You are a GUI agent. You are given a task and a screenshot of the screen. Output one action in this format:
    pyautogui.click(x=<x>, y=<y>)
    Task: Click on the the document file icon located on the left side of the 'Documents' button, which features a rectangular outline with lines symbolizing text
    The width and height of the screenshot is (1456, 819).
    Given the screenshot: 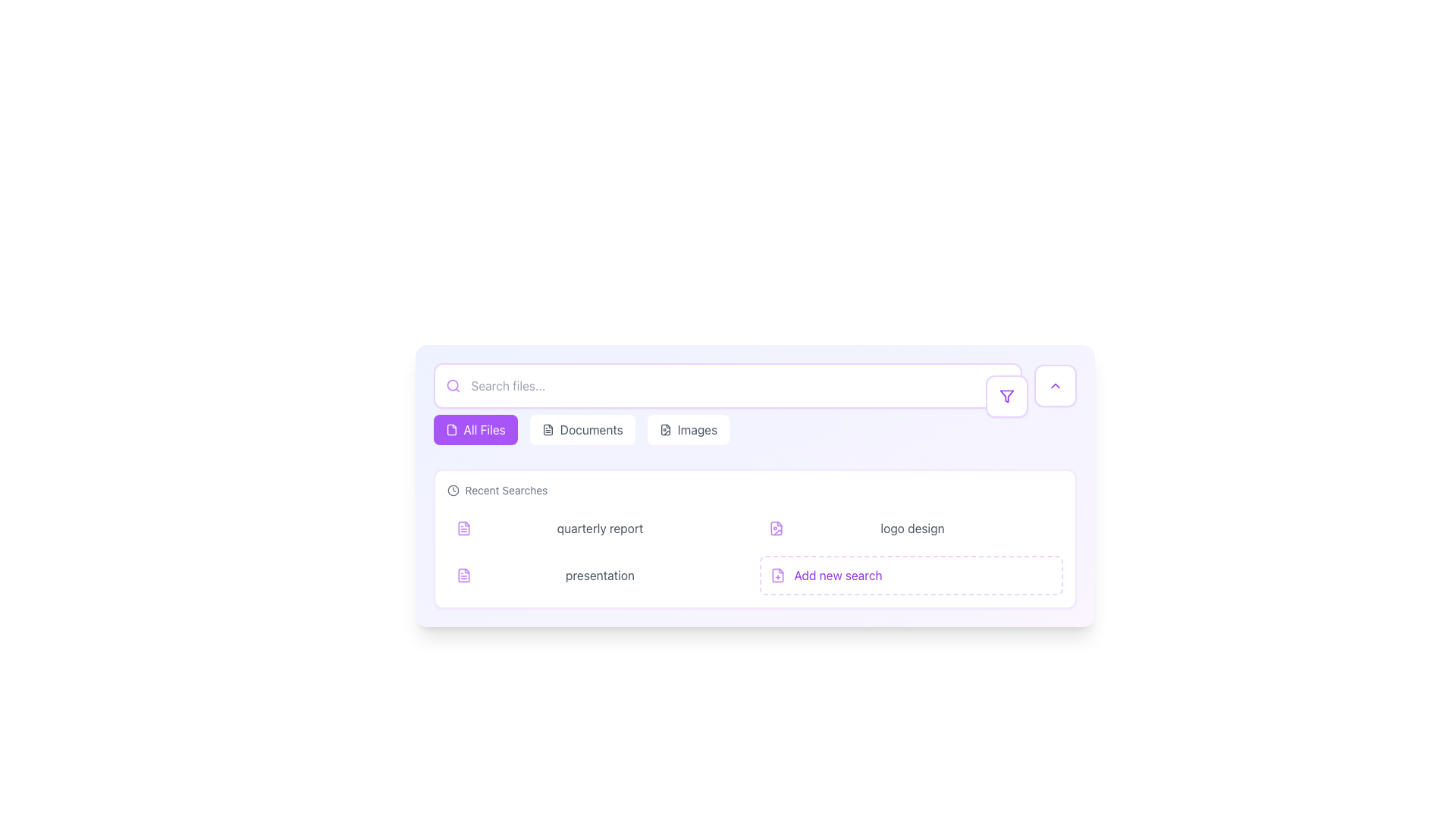 What is the action you would take?
    pyautogui.click(x=547, y=430)
    